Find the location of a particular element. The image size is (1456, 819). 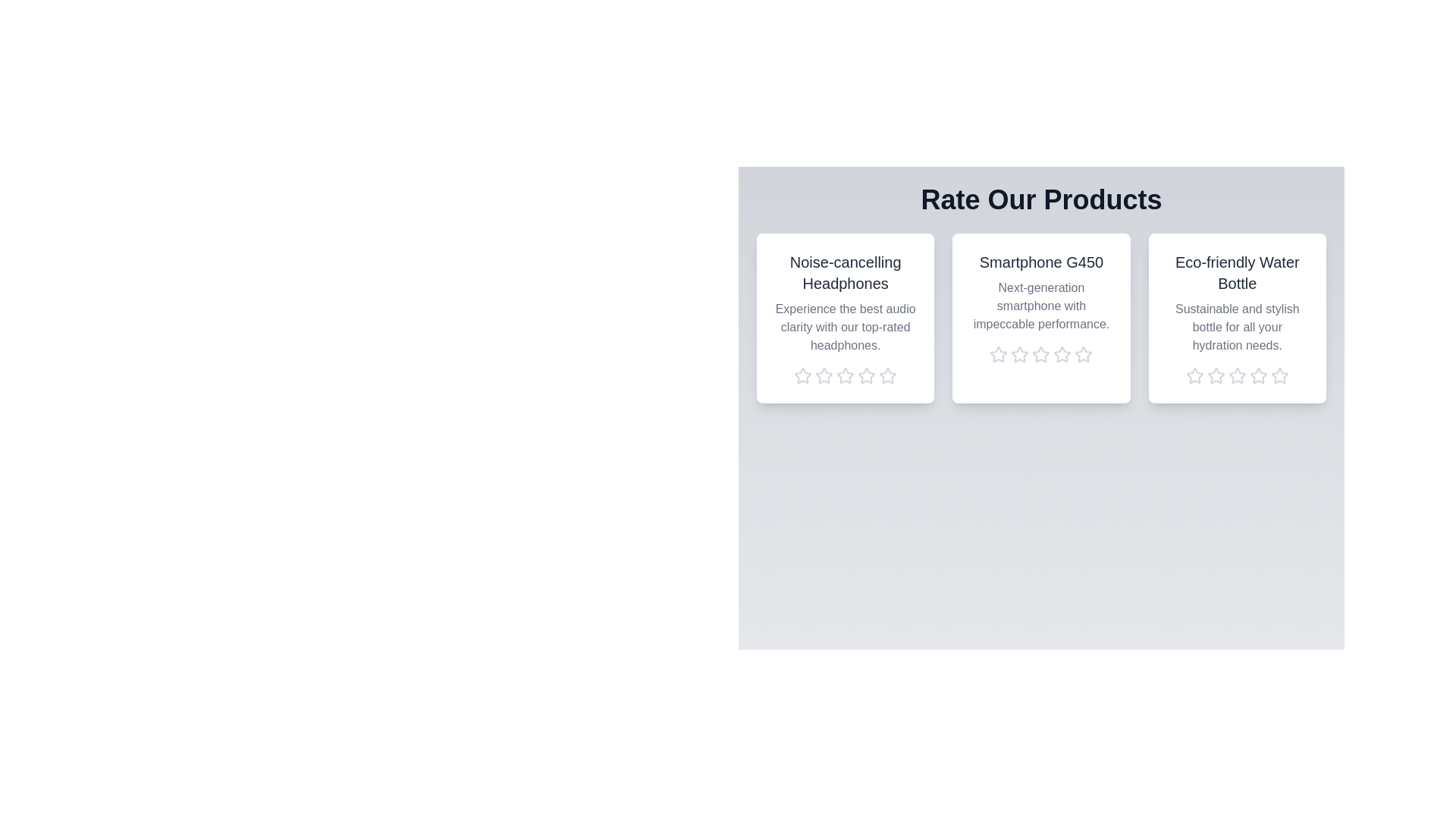

the rating of the product 'Smartphone G450' to 2 stars is located at coordinates (1019, 354).